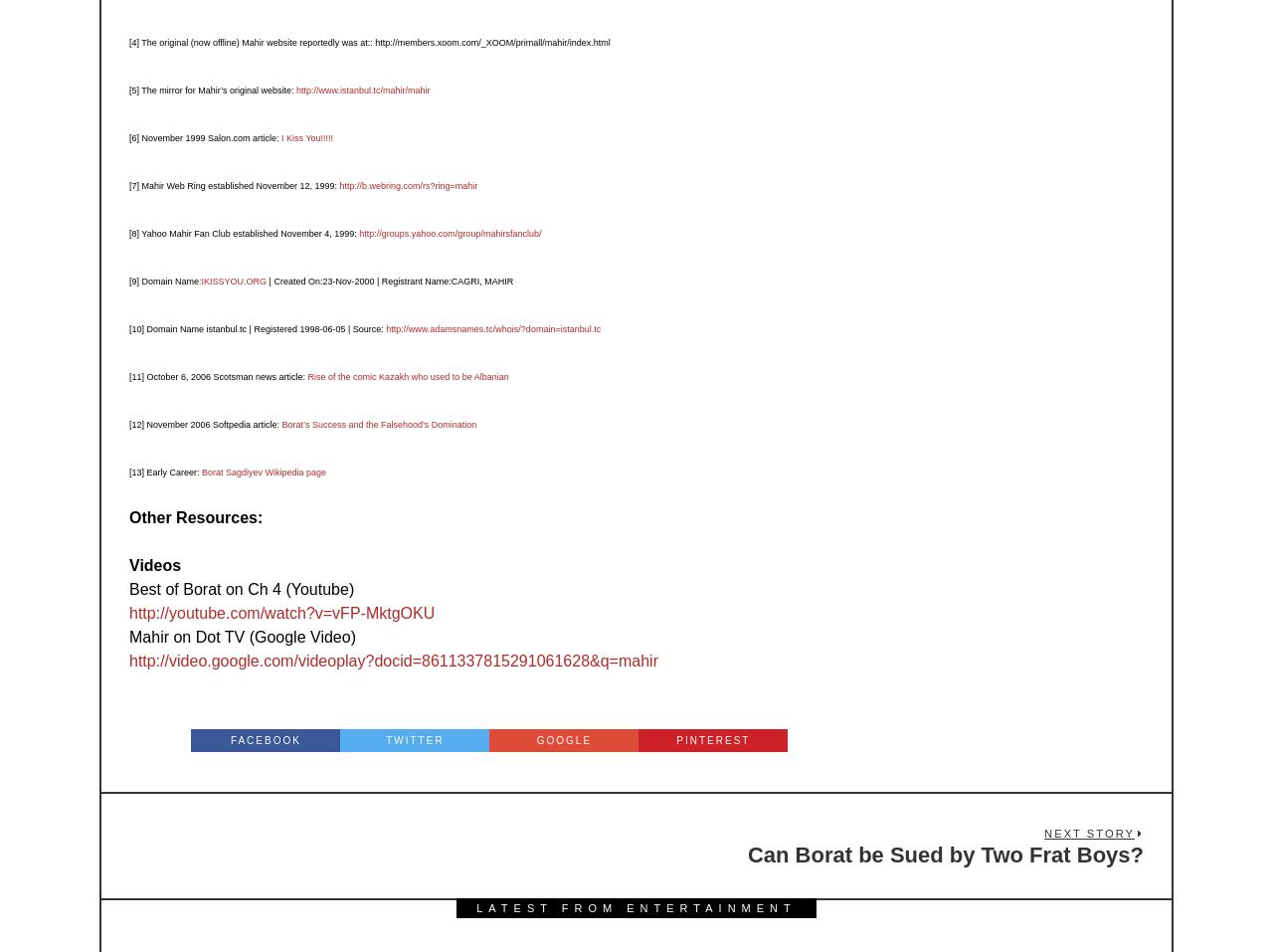 The image size is (1273, 952). What do you see at coordinates (240, 587) in the screenshot?
I see `'Best of Borat on Ch 4 (Youtube)'` at bounding box center [240, 587].